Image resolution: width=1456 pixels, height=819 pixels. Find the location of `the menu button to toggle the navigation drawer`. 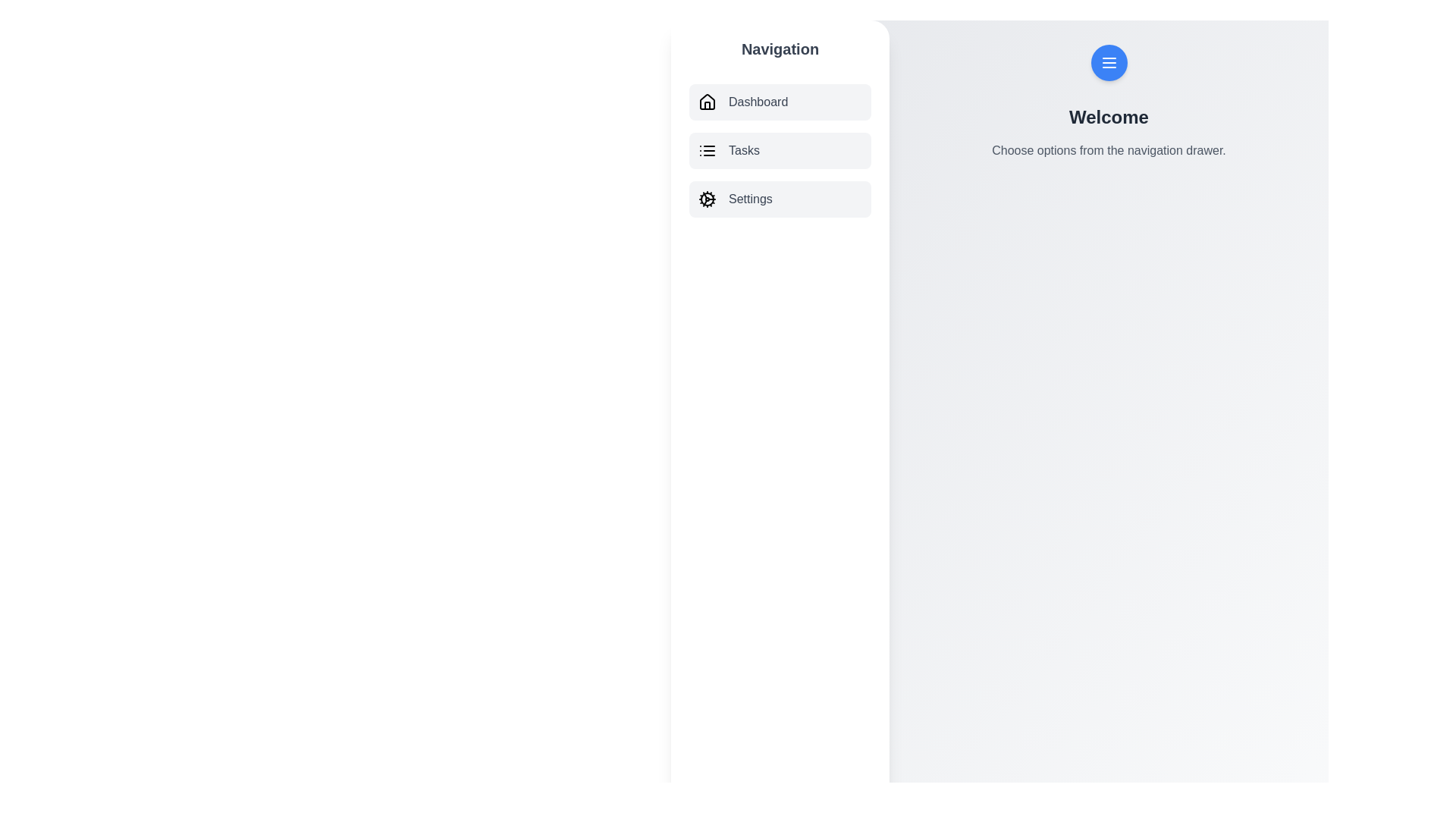

the menu button to toggle the navigation drawer is located at coordinates (1109, 62).